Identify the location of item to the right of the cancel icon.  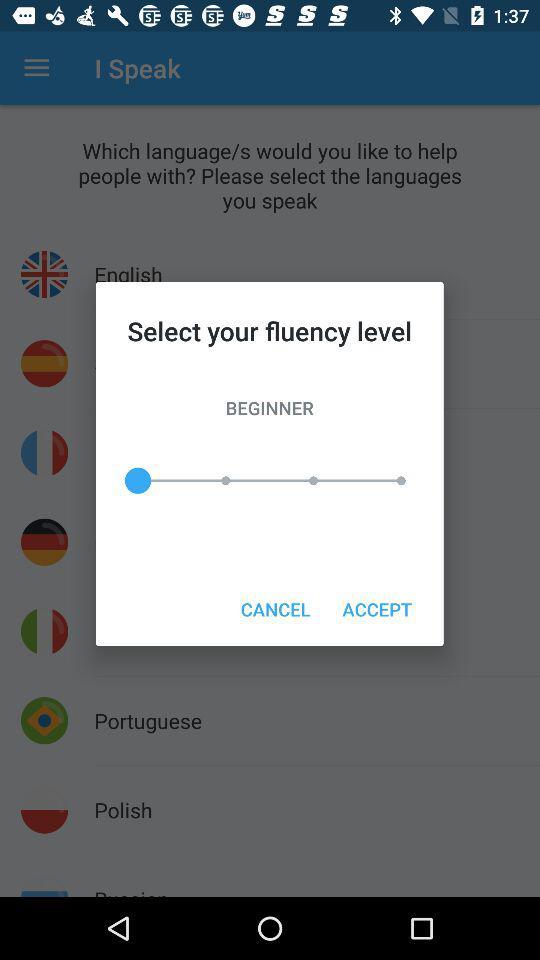
(377, 608).